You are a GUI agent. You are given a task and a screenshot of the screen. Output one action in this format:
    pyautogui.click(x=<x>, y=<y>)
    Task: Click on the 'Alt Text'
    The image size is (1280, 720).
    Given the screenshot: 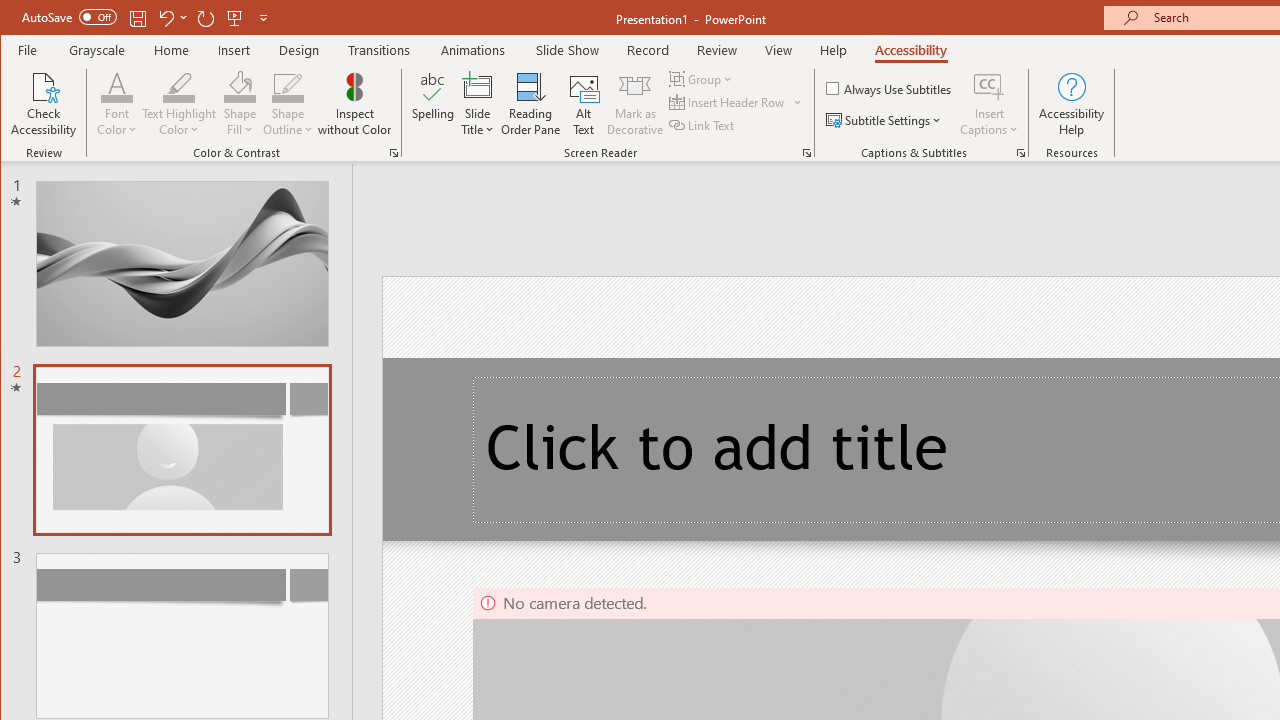 What is the action you would take?
    pyautogui.click(x=583, y=104)
    